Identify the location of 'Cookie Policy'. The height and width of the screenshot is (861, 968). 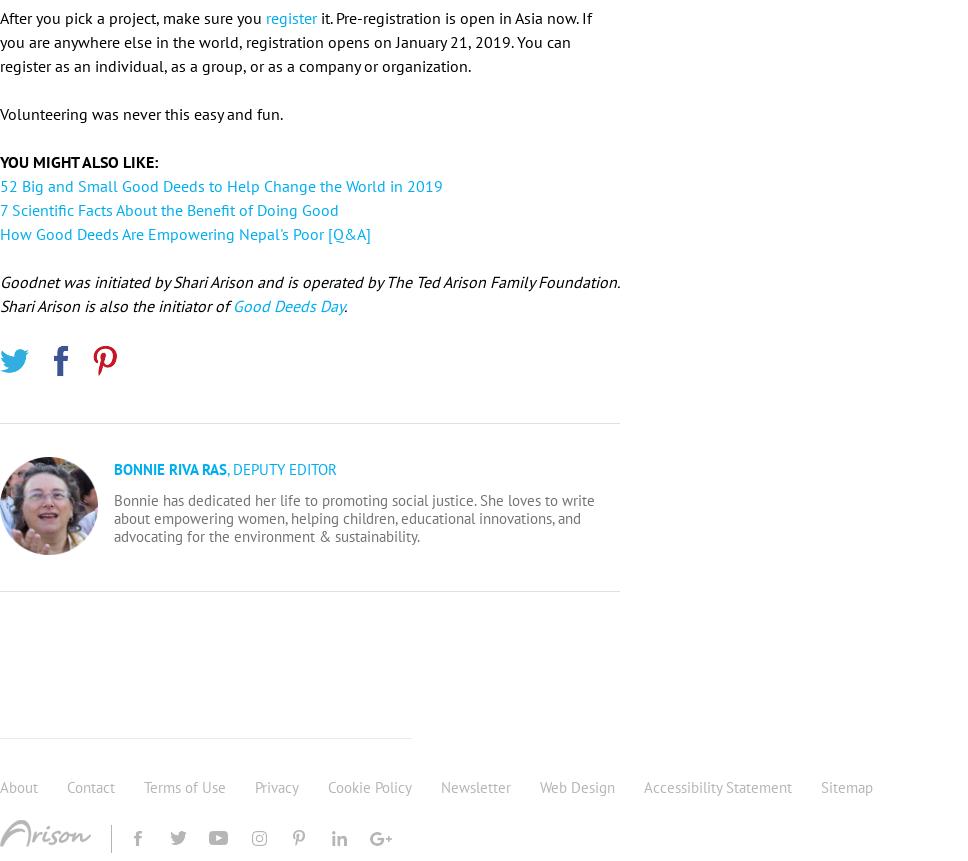
(368, 786).